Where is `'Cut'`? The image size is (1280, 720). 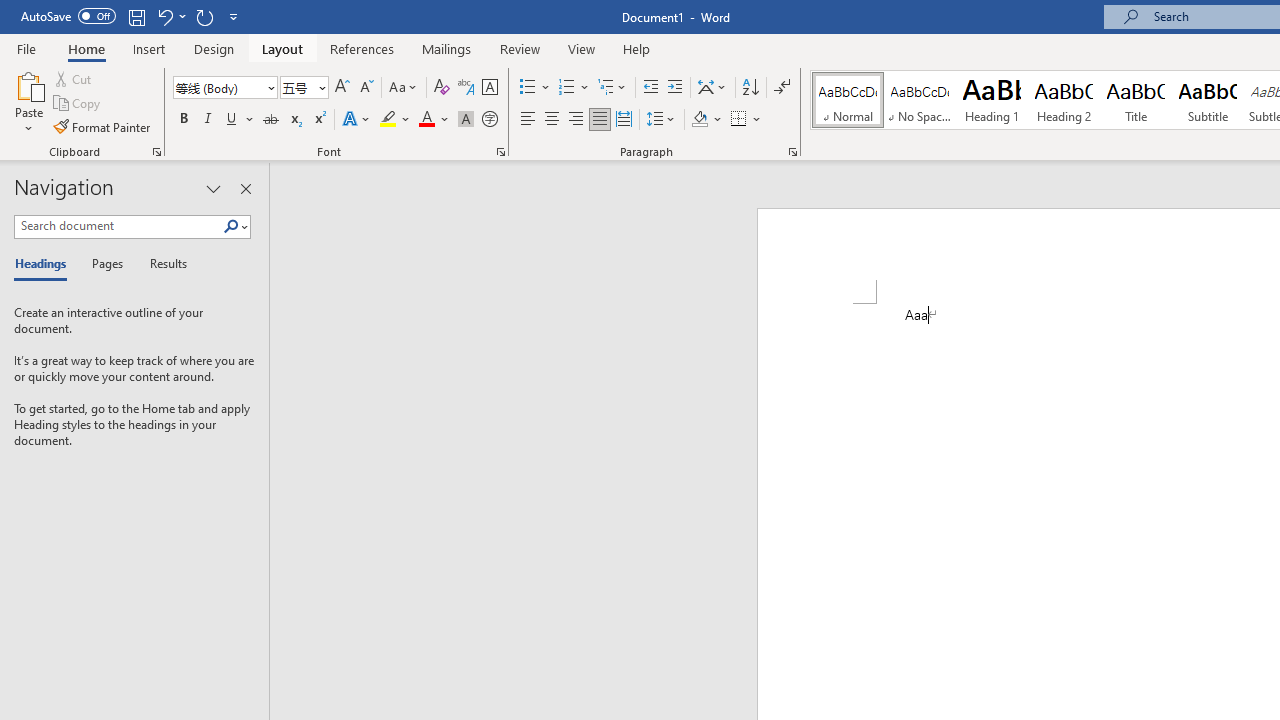
'Cut' is located at coordinates (74, 78).